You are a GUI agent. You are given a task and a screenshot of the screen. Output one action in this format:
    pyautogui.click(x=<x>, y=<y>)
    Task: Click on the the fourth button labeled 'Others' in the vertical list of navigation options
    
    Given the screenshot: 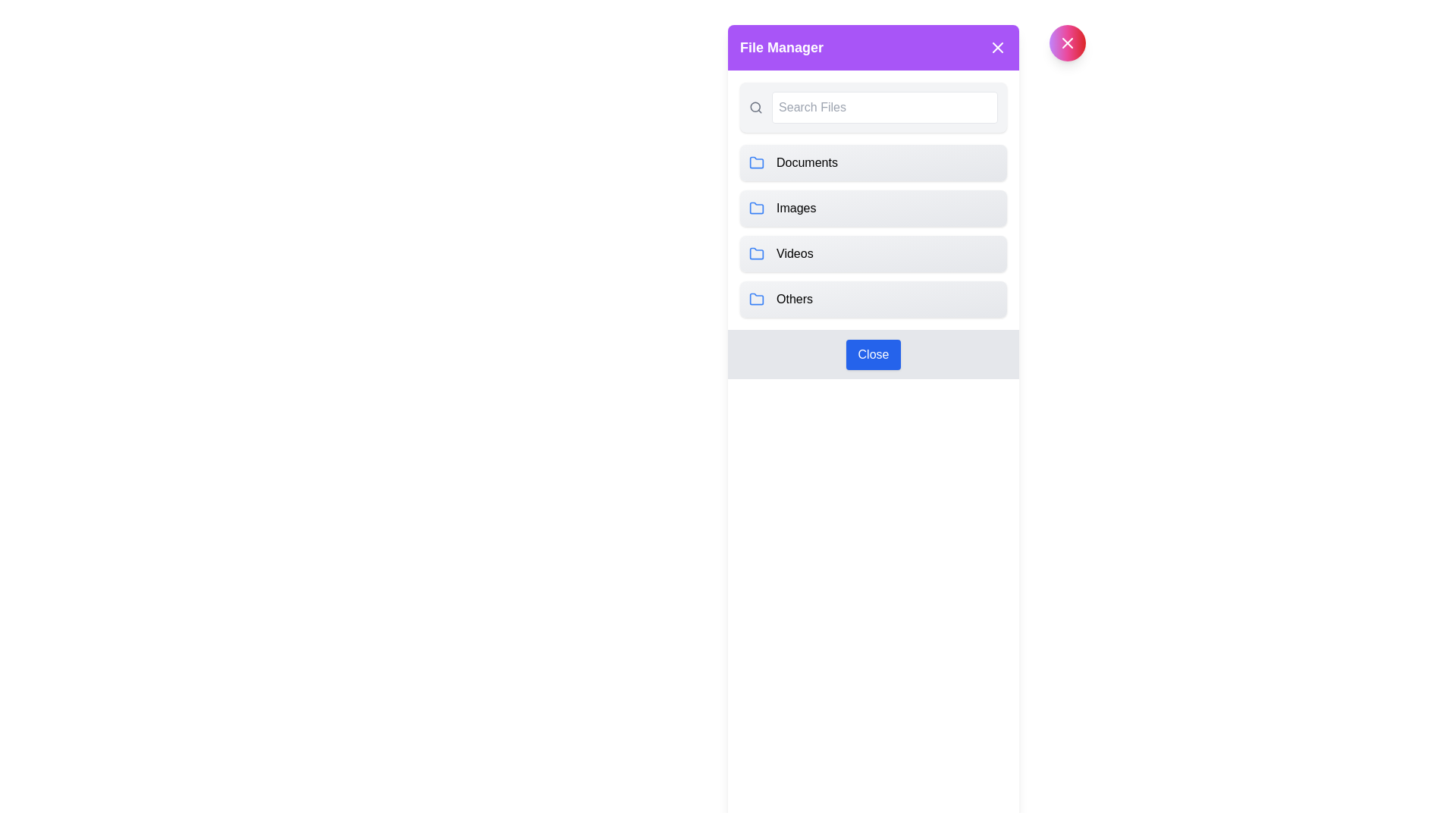 What is the action you would take?
    pyautogui.click(x=874, y=299)
    